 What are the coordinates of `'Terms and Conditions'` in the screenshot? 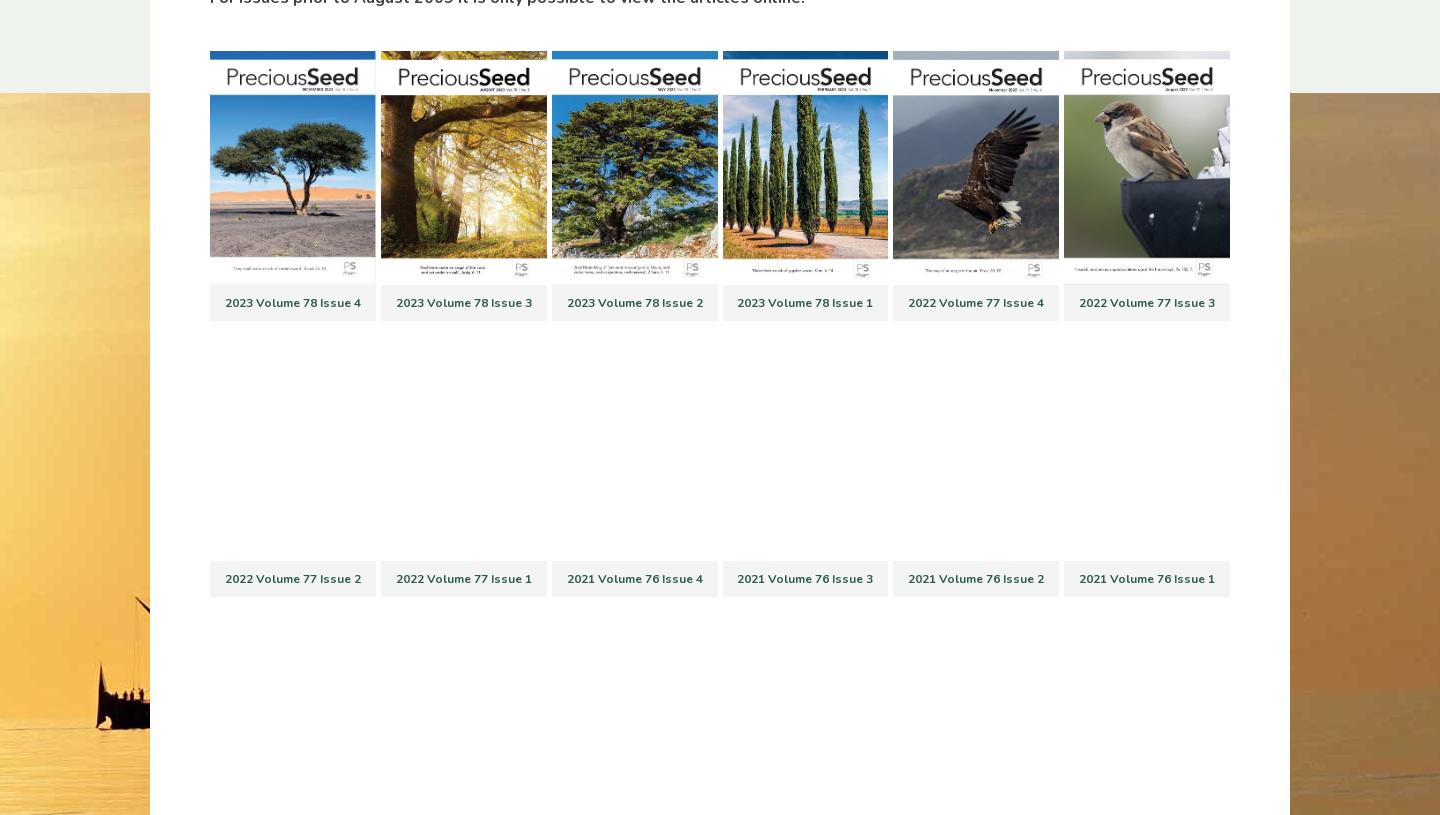 It's located at (496, 630).